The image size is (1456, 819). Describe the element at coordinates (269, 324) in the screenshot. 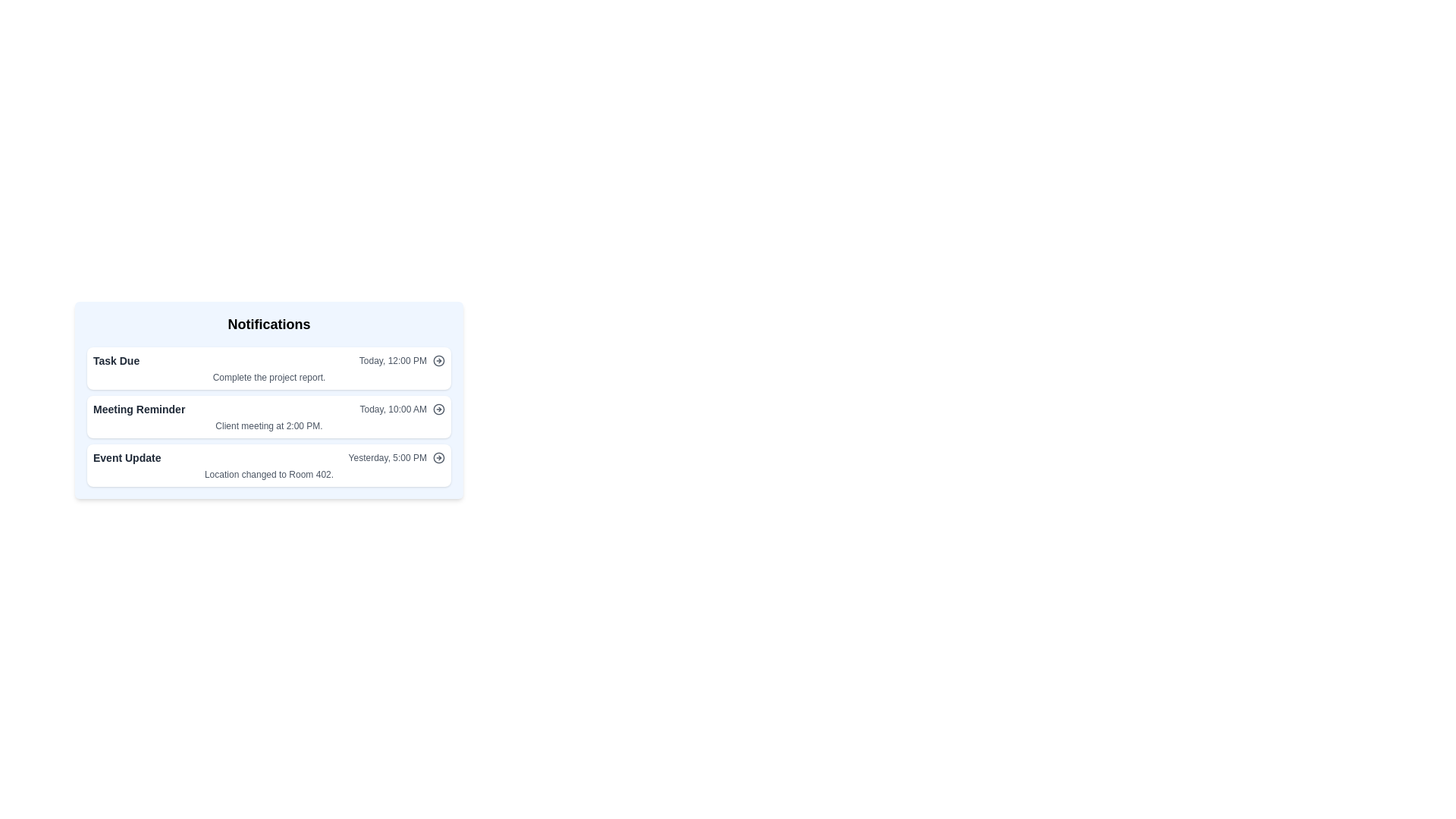

I see `the text label that indicates the notifications section at the top of the notification panel` at that location.